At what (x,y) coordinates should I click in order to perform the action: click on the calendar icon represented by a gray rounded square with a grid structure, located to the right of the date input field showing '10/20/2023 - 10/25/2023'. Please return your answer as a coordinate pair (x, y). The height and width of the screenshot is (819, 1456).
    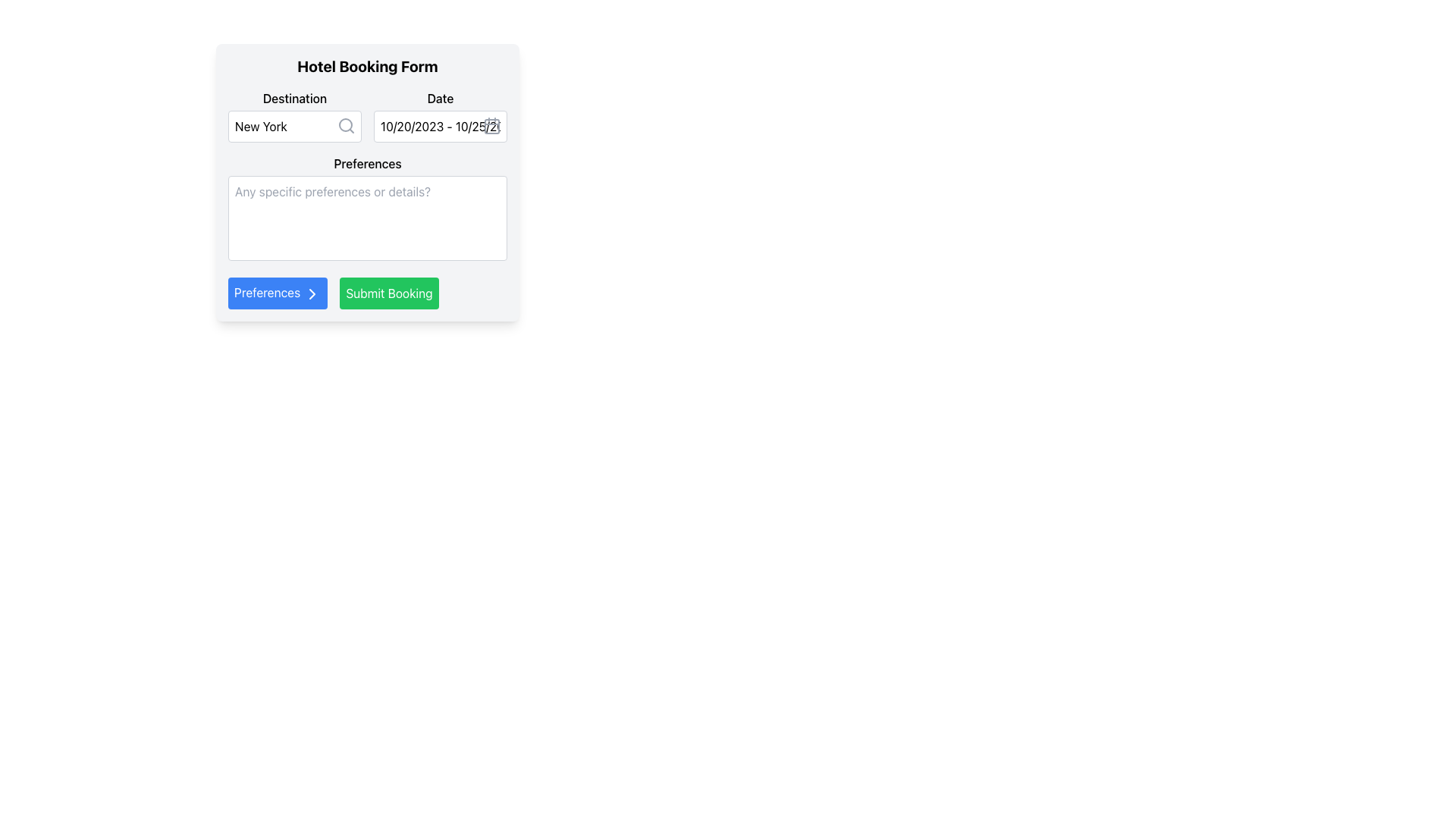
    Looking at the image, I should click on (491, 124).